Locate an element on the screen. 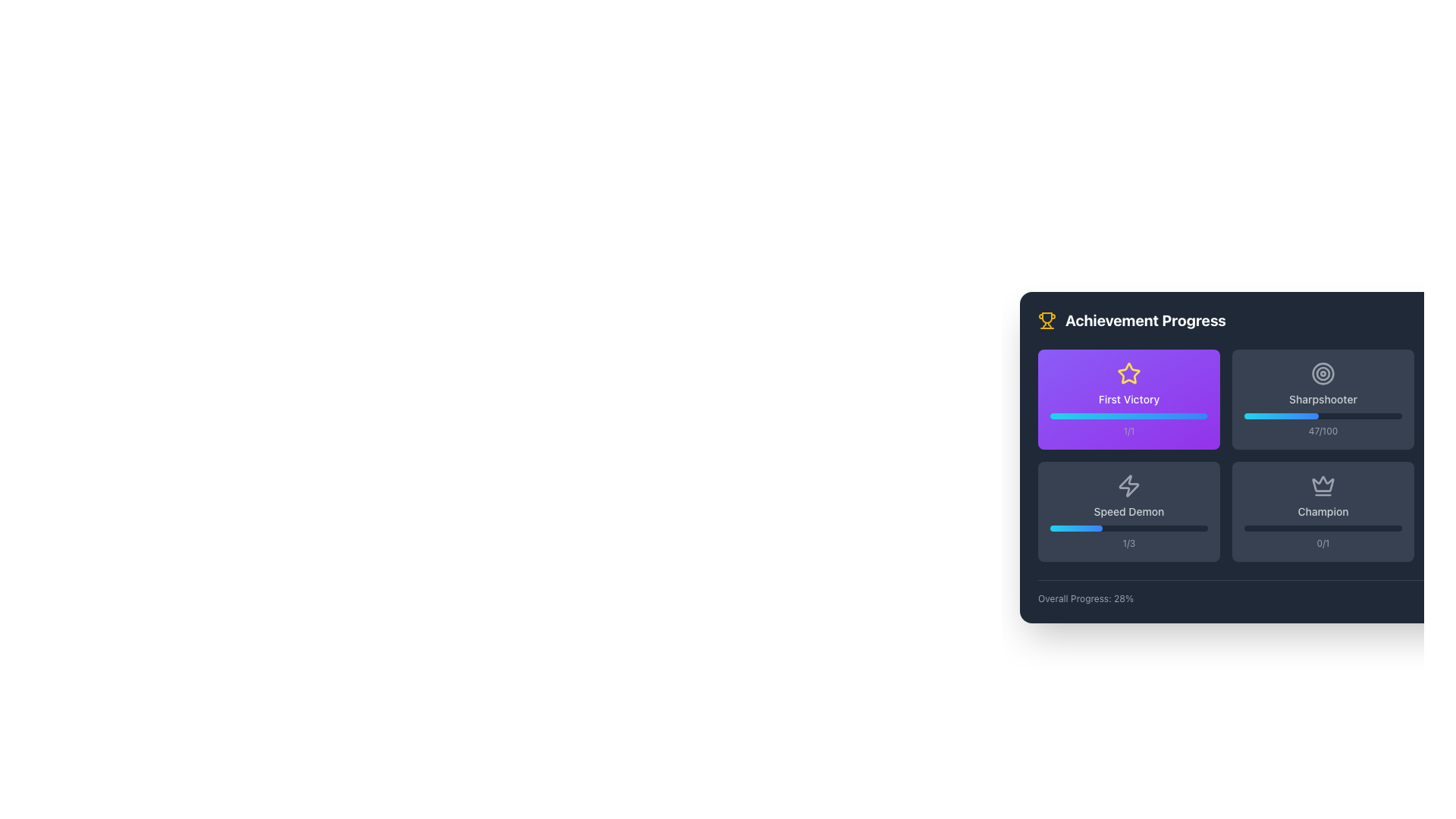 The image size is (1456, 819). the Progress Bar which is a horizontal bar with rounded edges, gray background, and a gradient from cyan to blue, located beneath the 'First Victory' title and above the '1/1' text is located at coordinates (1128, 416).